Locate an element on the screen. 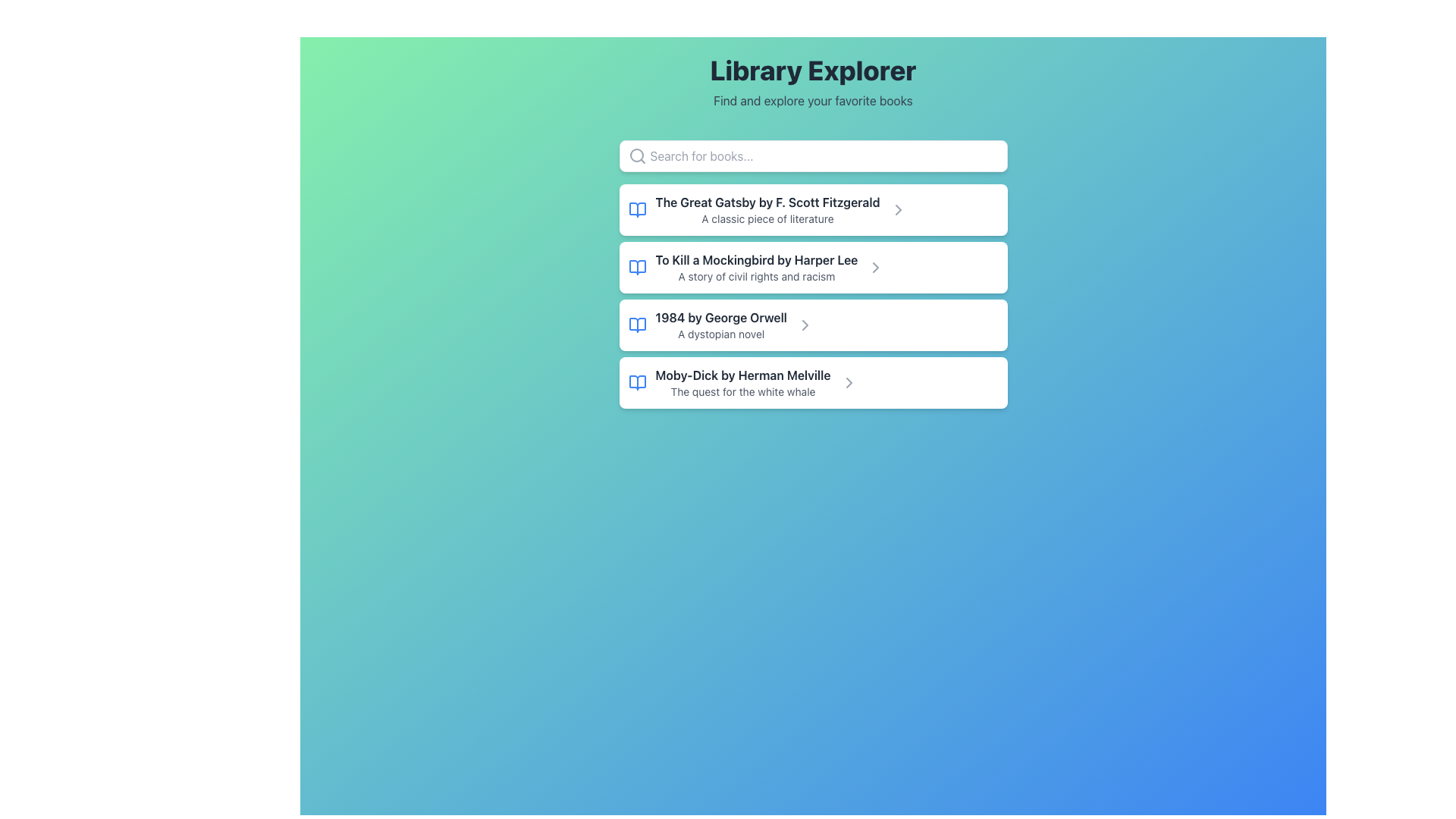 The width and height of the screenshot is (1456, 819). the open book icon with a blue outline located to the left of the 'Moby-Dick by Herman Melville' list item is located at coordinates (637, 382).